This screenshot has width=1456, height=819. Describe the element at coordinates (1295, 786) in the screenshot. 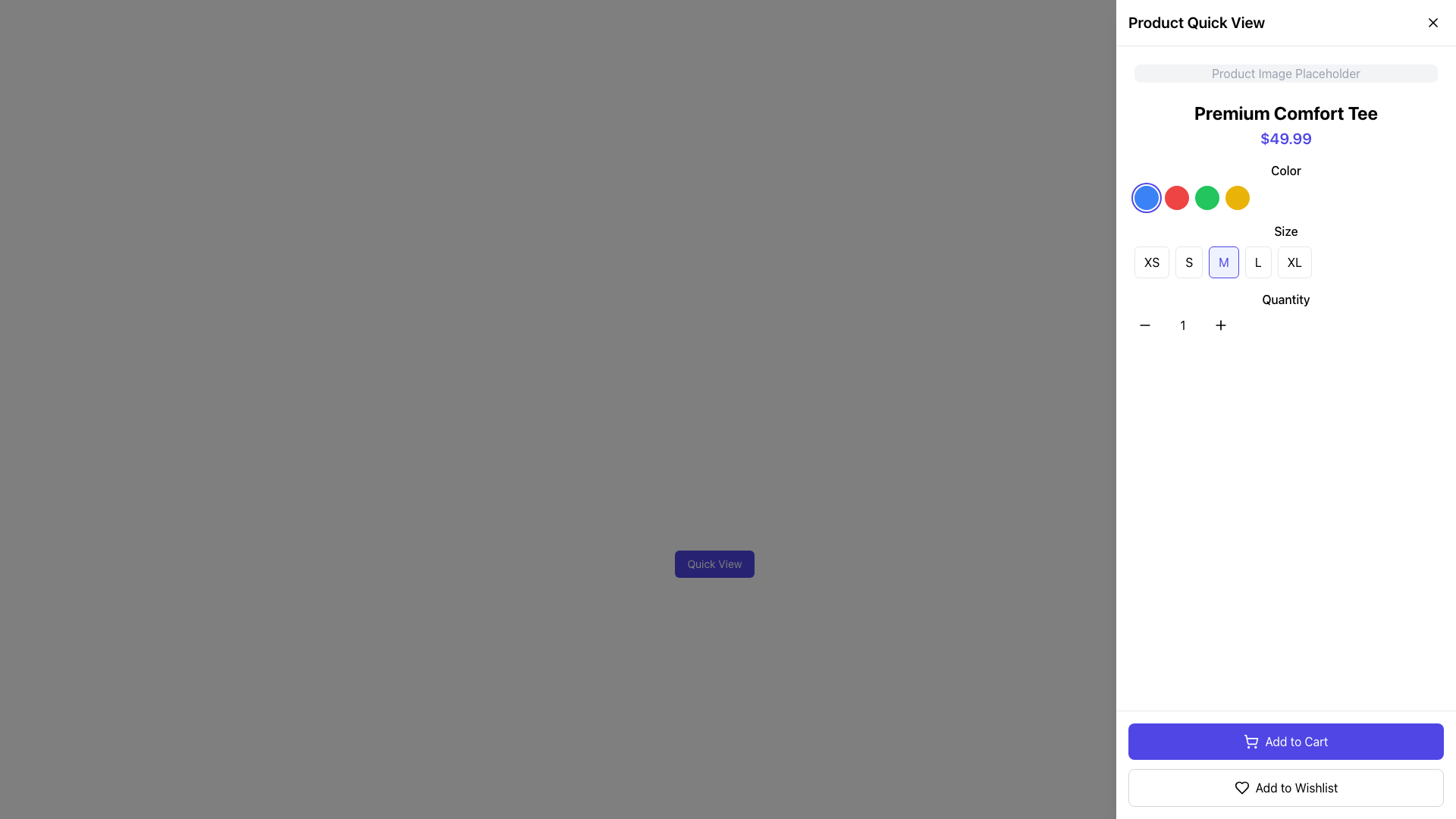

I see `the 'Add to Wishlist' text label, which is styled in standard black sans-serif font and located on a white rectangular button at the bottom of the product view panel` at that location.